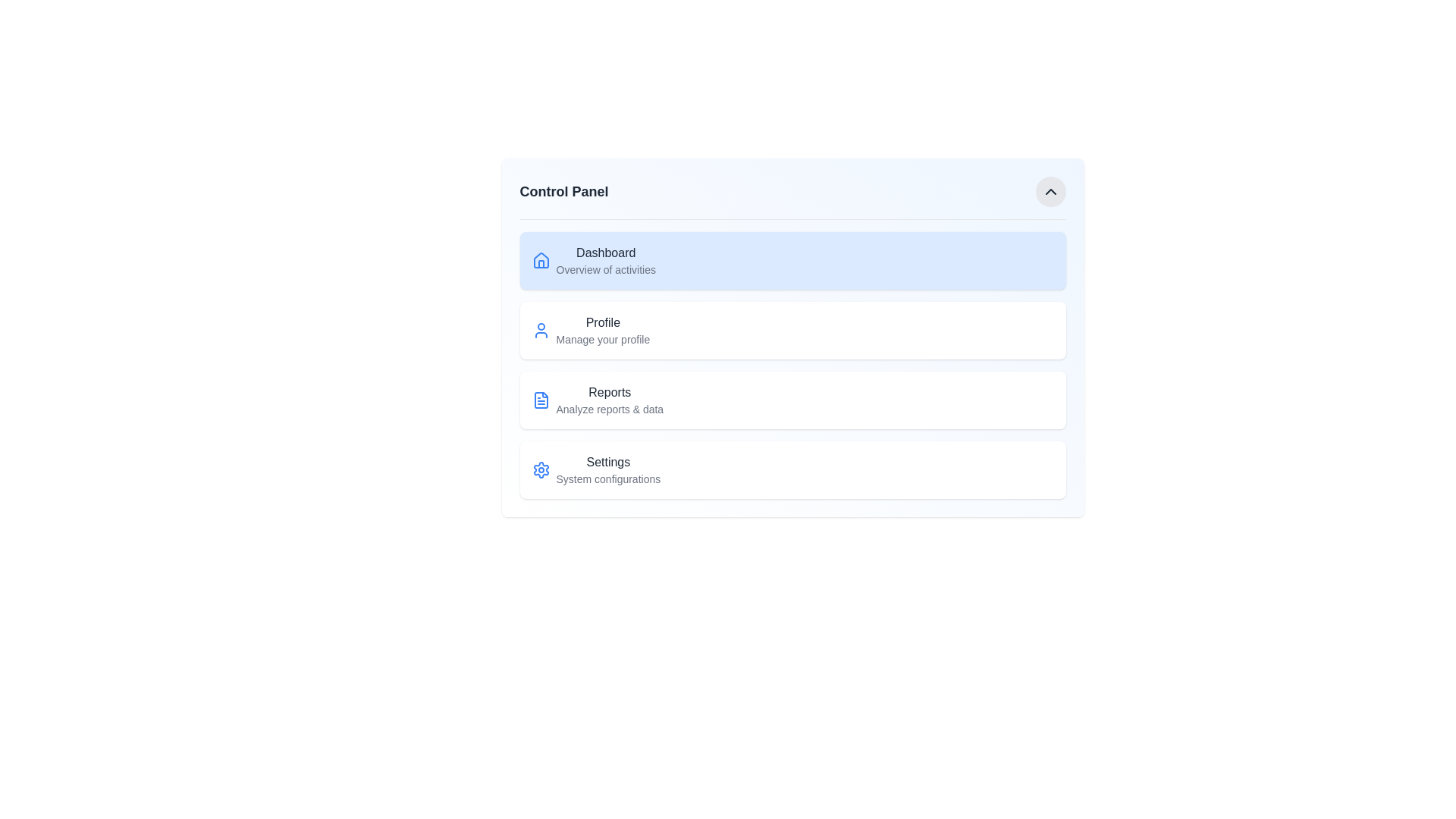 The width and height of the screenshot is (1456, 819). What do you see at coordinates (541, 400) in the screenshot?
I see `the document or file icon in the 'Reports' section of the Control Panel interface, which is represented as a rectangular shape with a folded upper-right corner` at bounding box center [541, 400].